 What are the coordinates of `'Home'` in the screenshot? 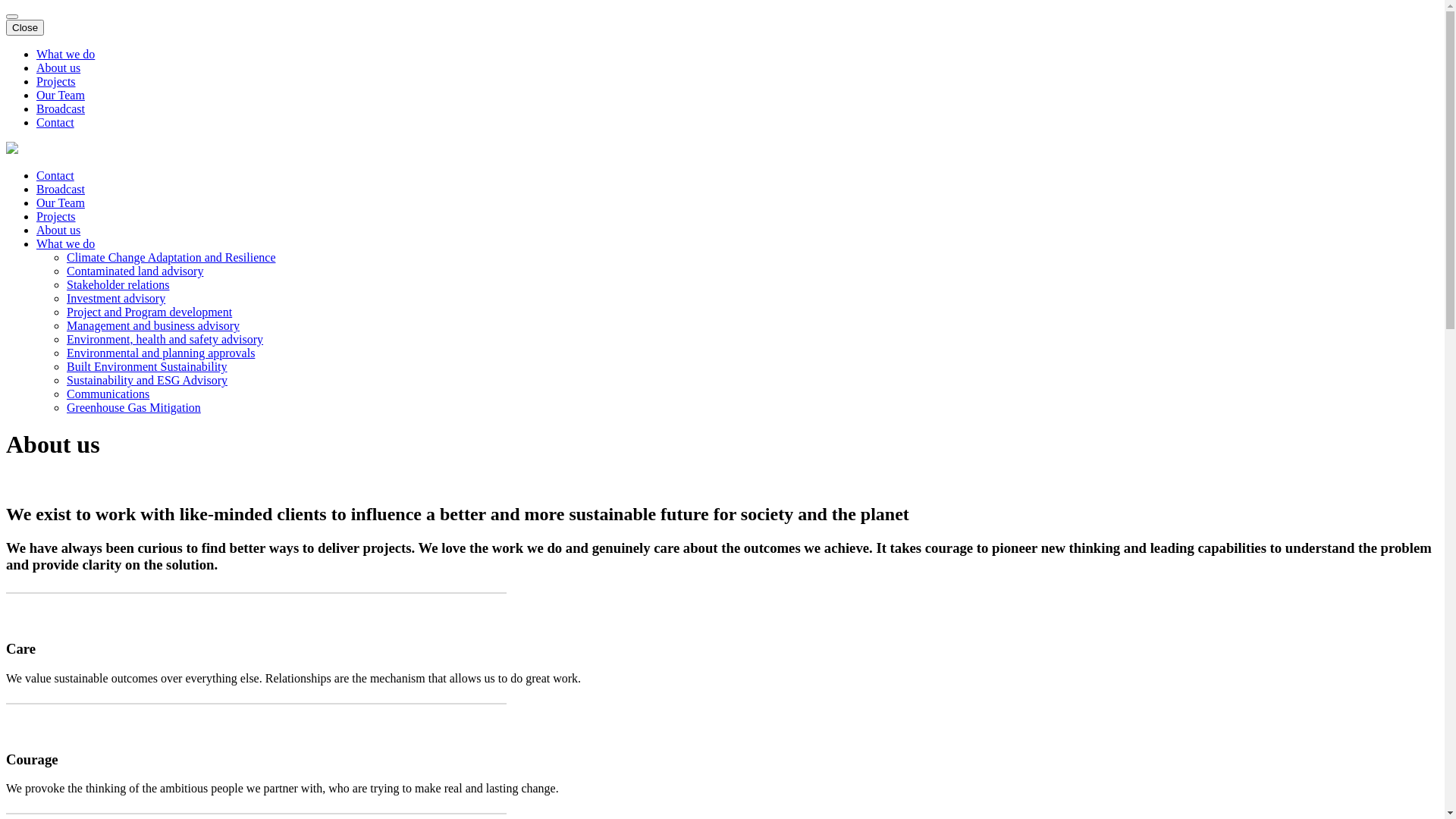 It's located at (11, 149).